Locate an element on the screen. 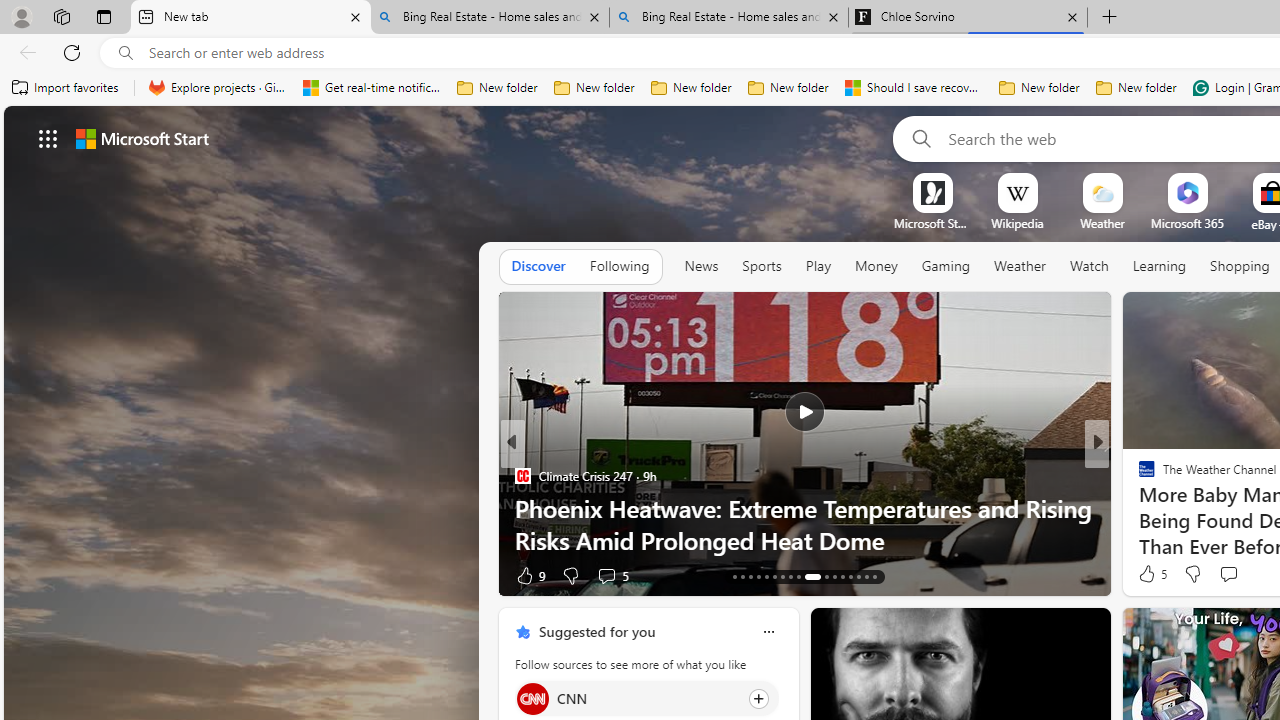  'Nordace.com' is located at coordinates (1166, 506).